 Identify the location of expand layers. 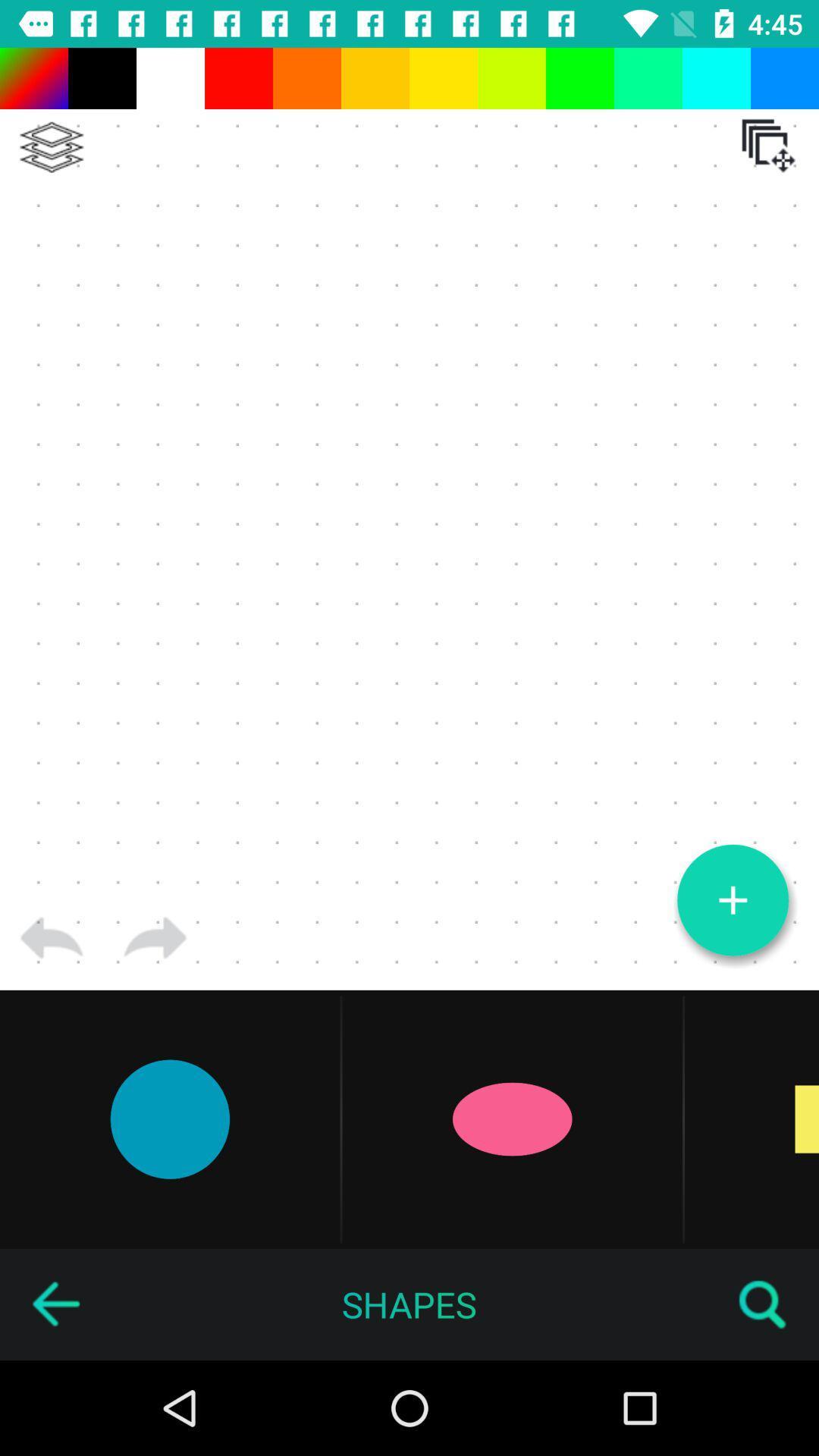
(51, 147).